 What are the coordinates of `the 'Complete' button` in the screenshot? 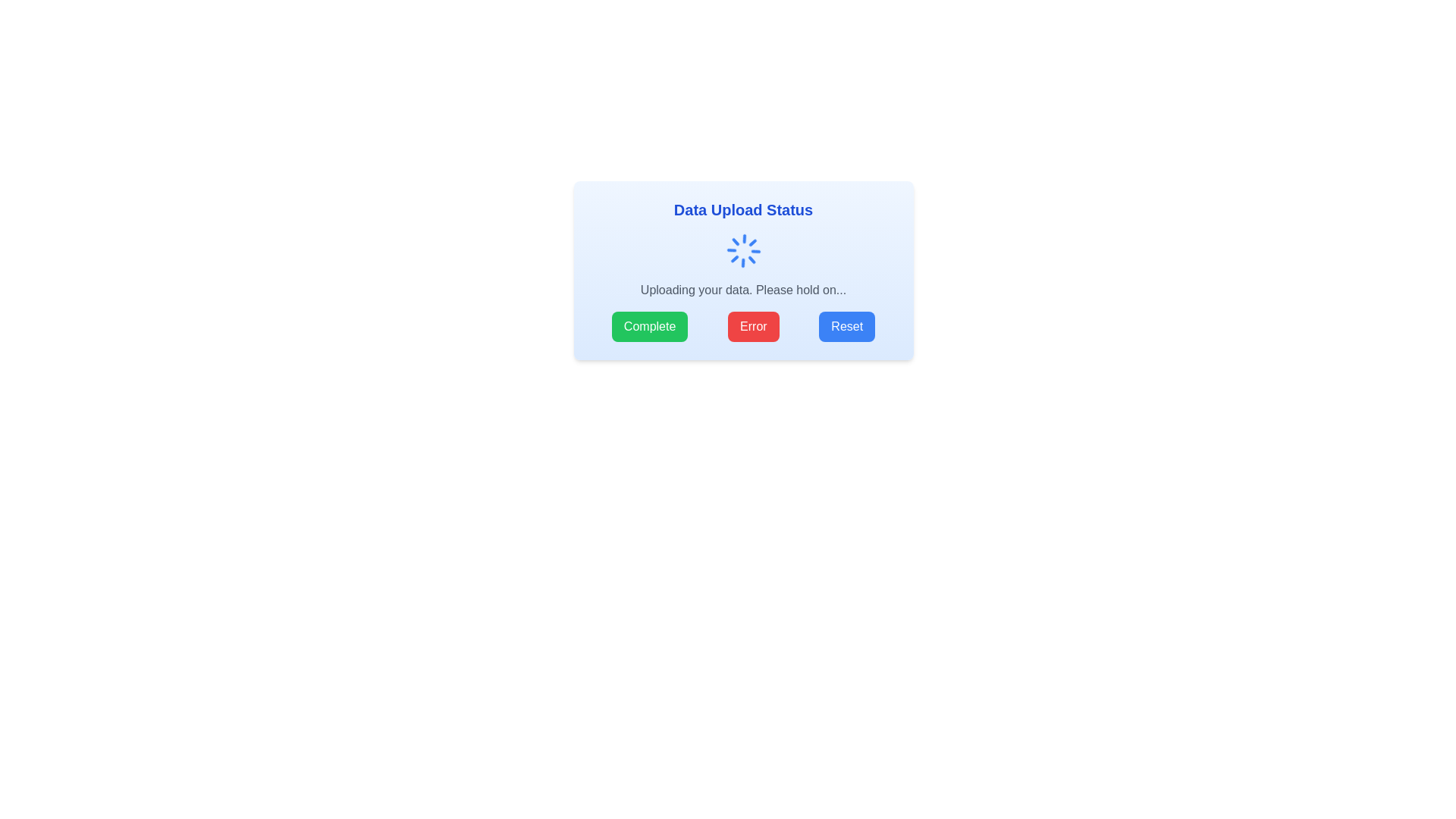 It's located at (650, 326).